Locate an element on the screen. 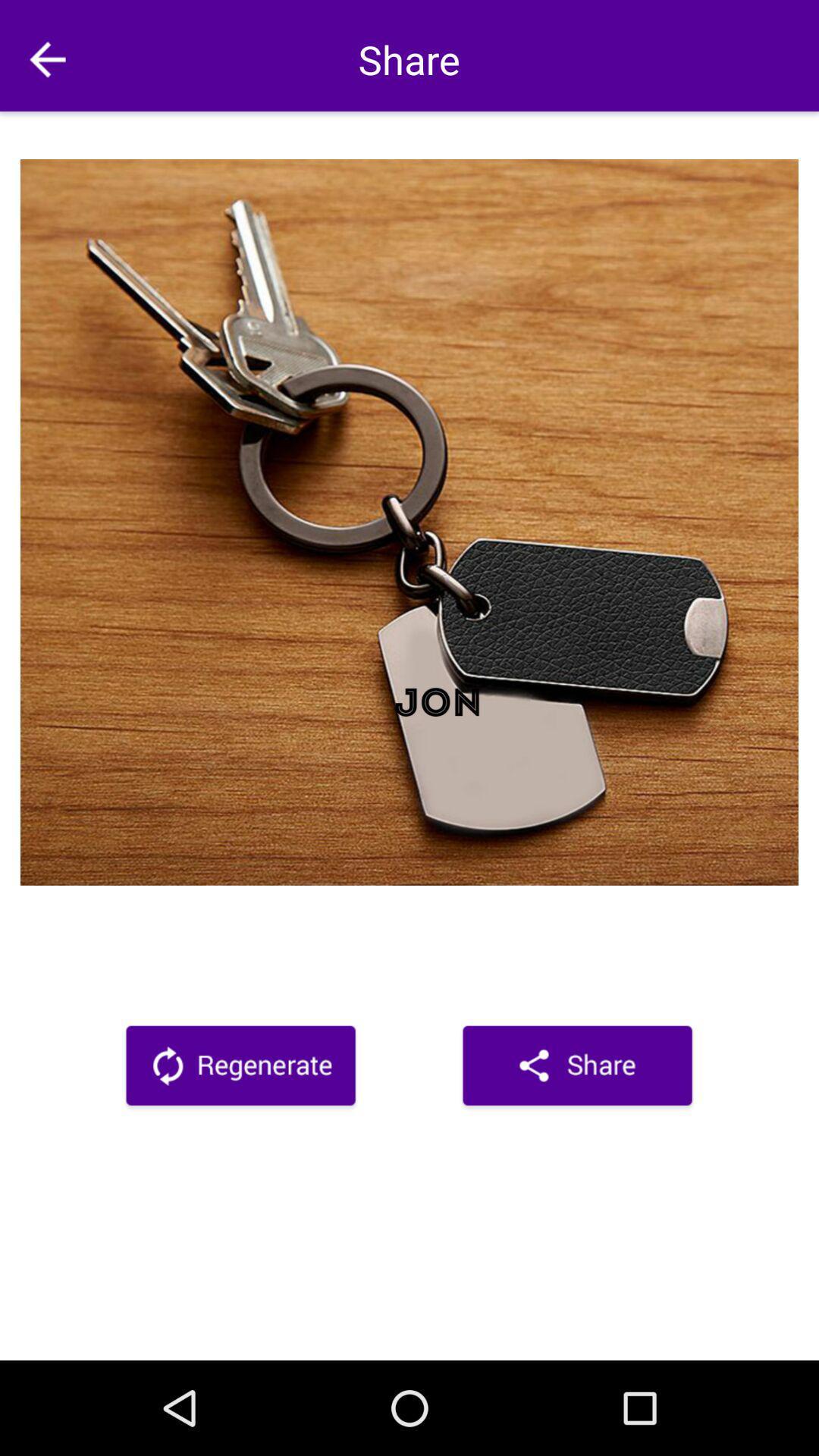 The width and height of the screenshot is (819, 1456). share is located at coordinates (577, 1068).